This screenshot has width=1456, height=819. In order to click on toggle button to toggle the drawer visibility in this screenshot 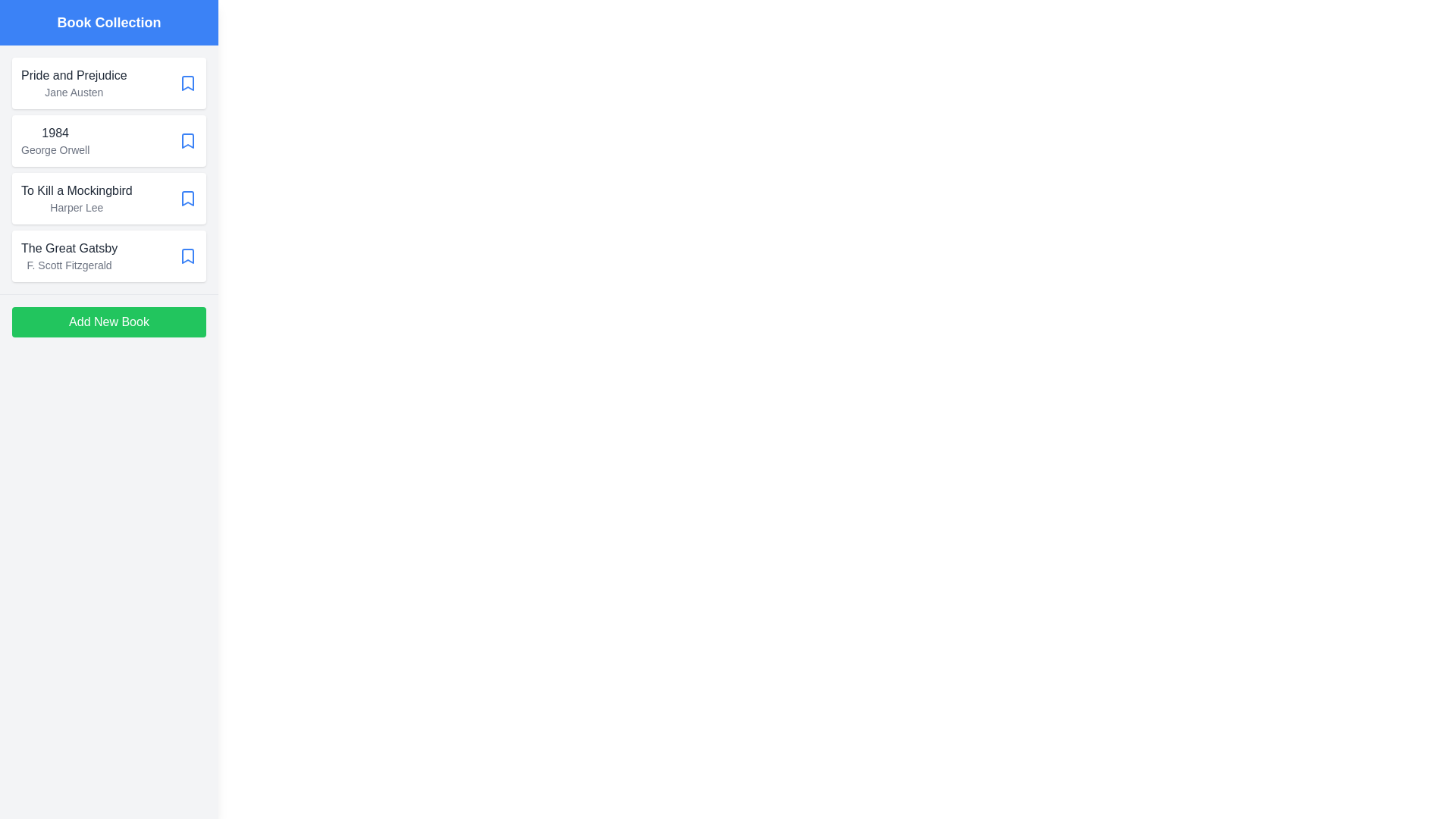, I will do `click(30, 30)`.